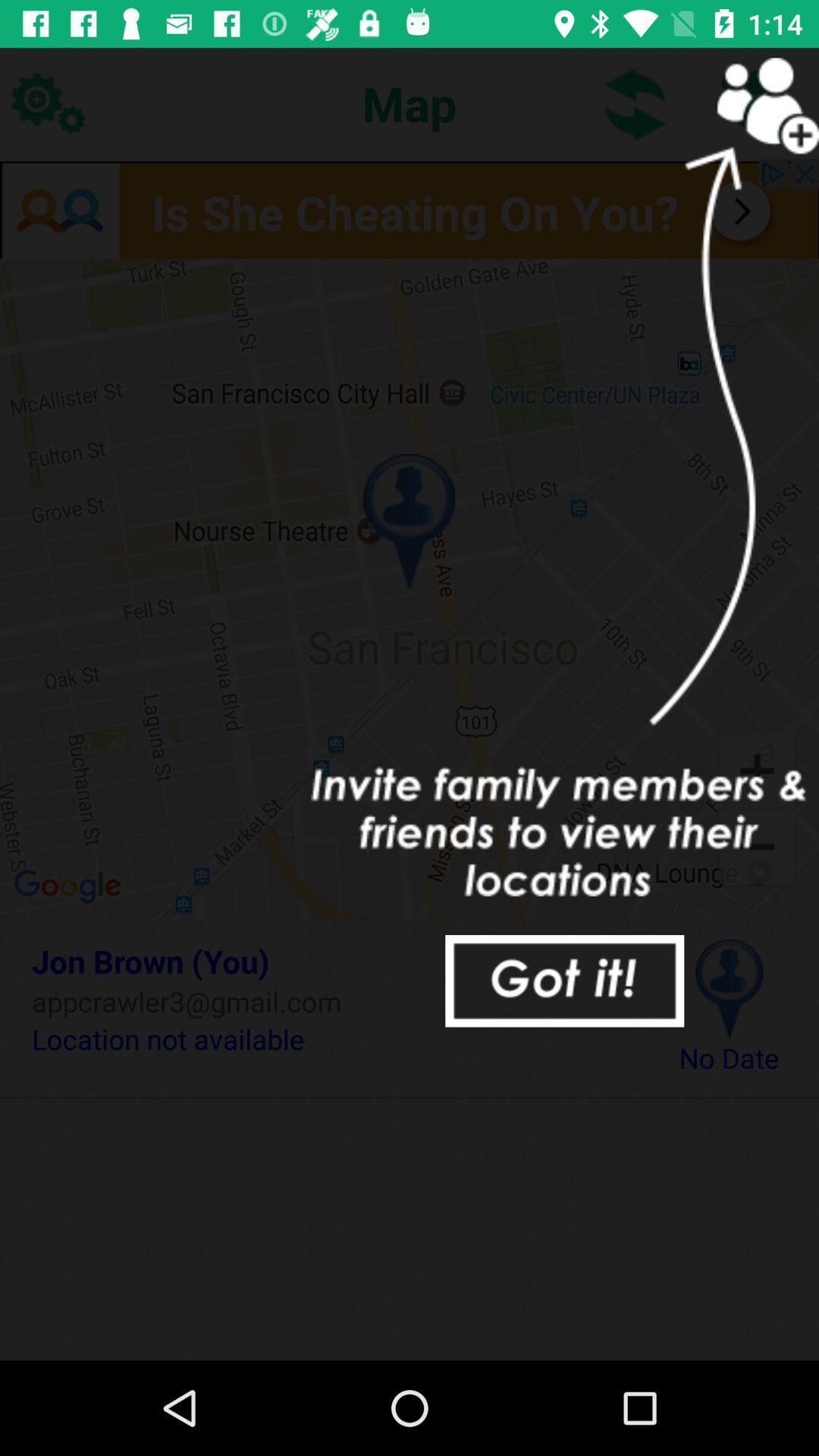 This screenshot has height=1456, width=819. What do you see at coordinates (331, 960) in the screenshot?
I see `the icon above appcrawler3@gmail.com` at bounding box center [331, 960].